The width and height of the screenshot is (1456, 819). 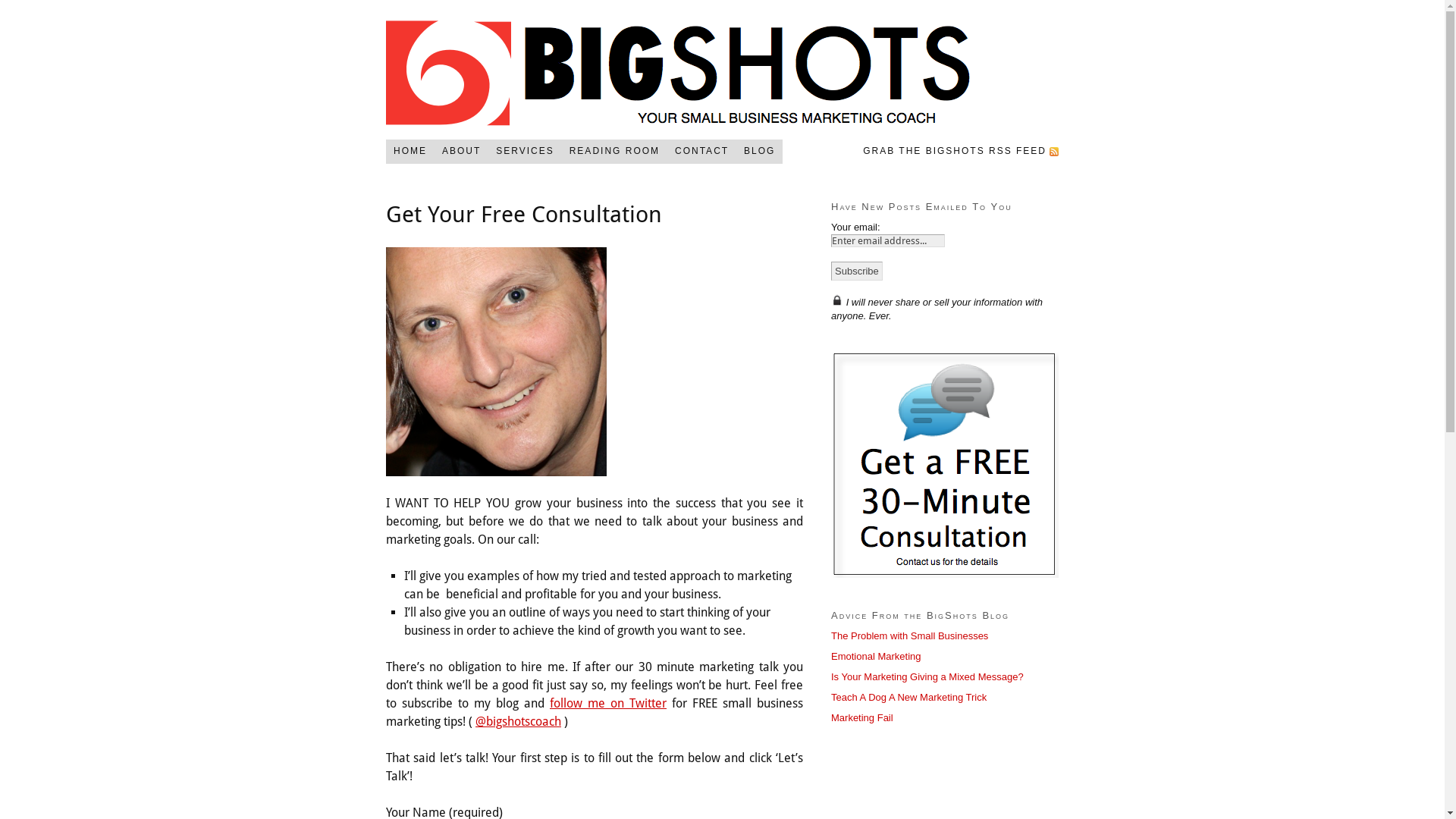 What do you see at coordinates (909, 635) in the screenshot?
I see `'The Problem with Small Businesses'` at bounding box center [909, 635].